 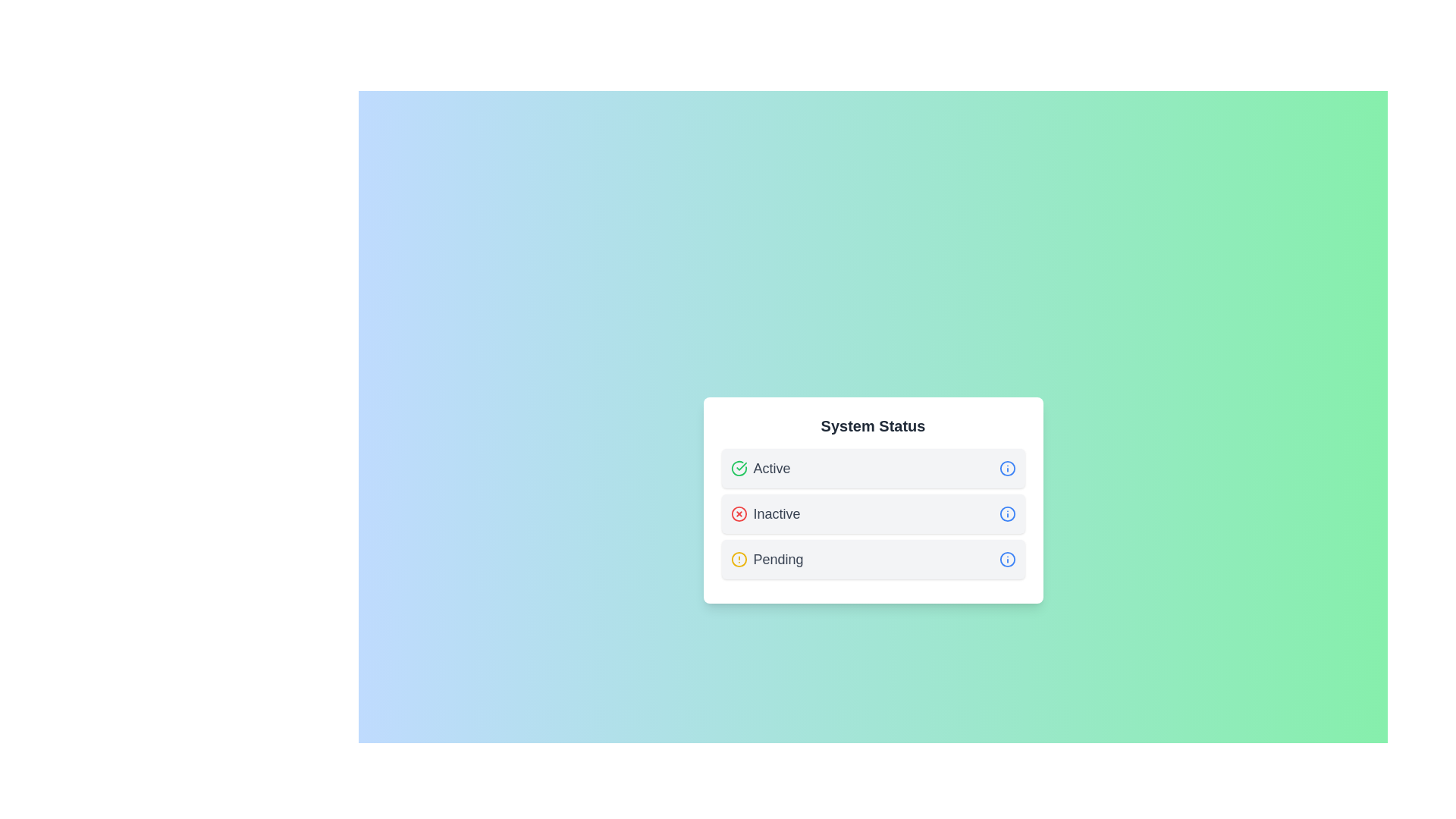 I want to click on the circular blue outlined icon with a centered dot in the 'Inactive' row of the status display, located near the text 'Inactive', so click(x=1007, y=513).